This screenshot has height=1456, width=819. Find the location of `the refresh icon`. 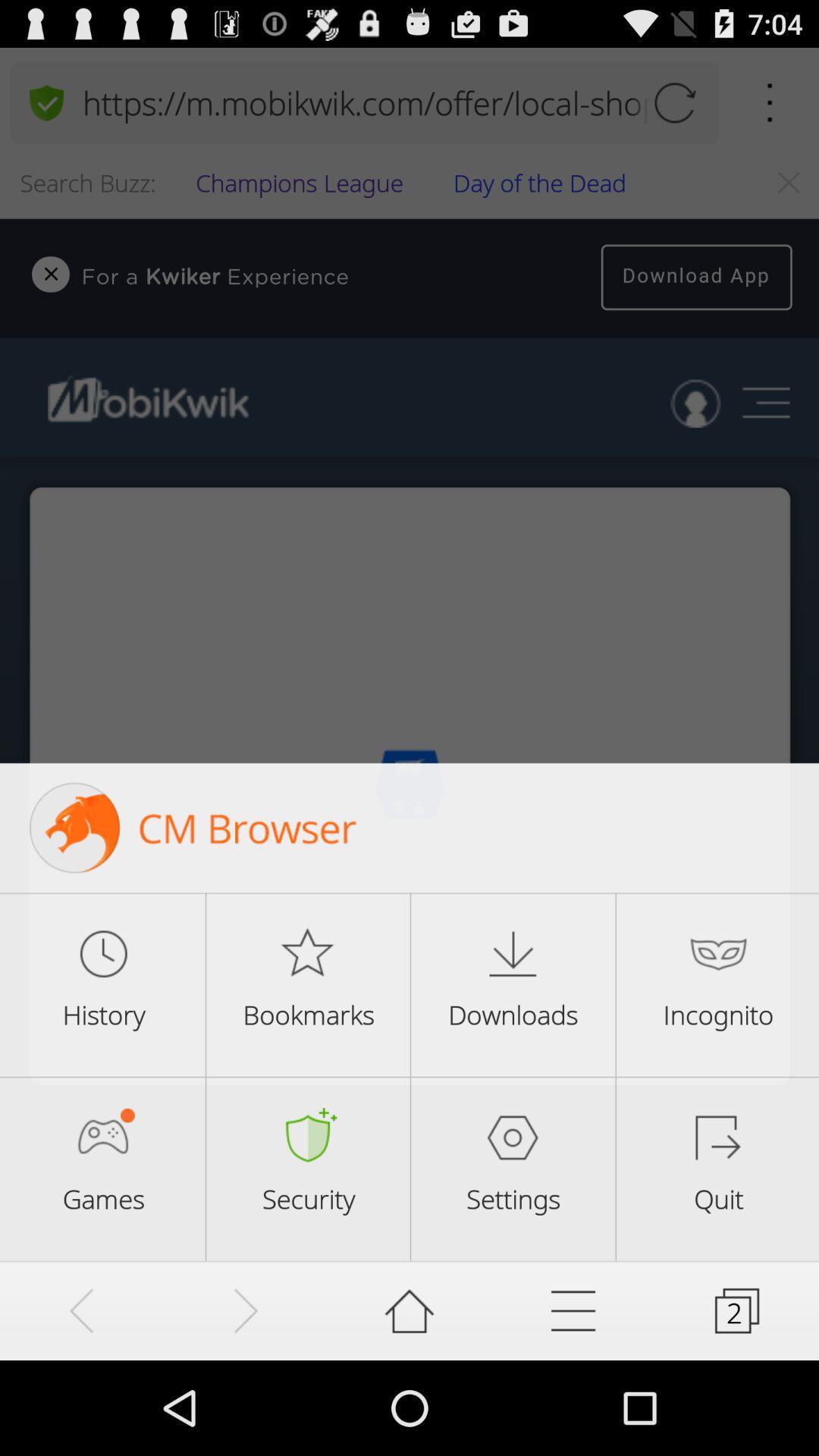

the refresh icon is located at coordinates (673, 109).